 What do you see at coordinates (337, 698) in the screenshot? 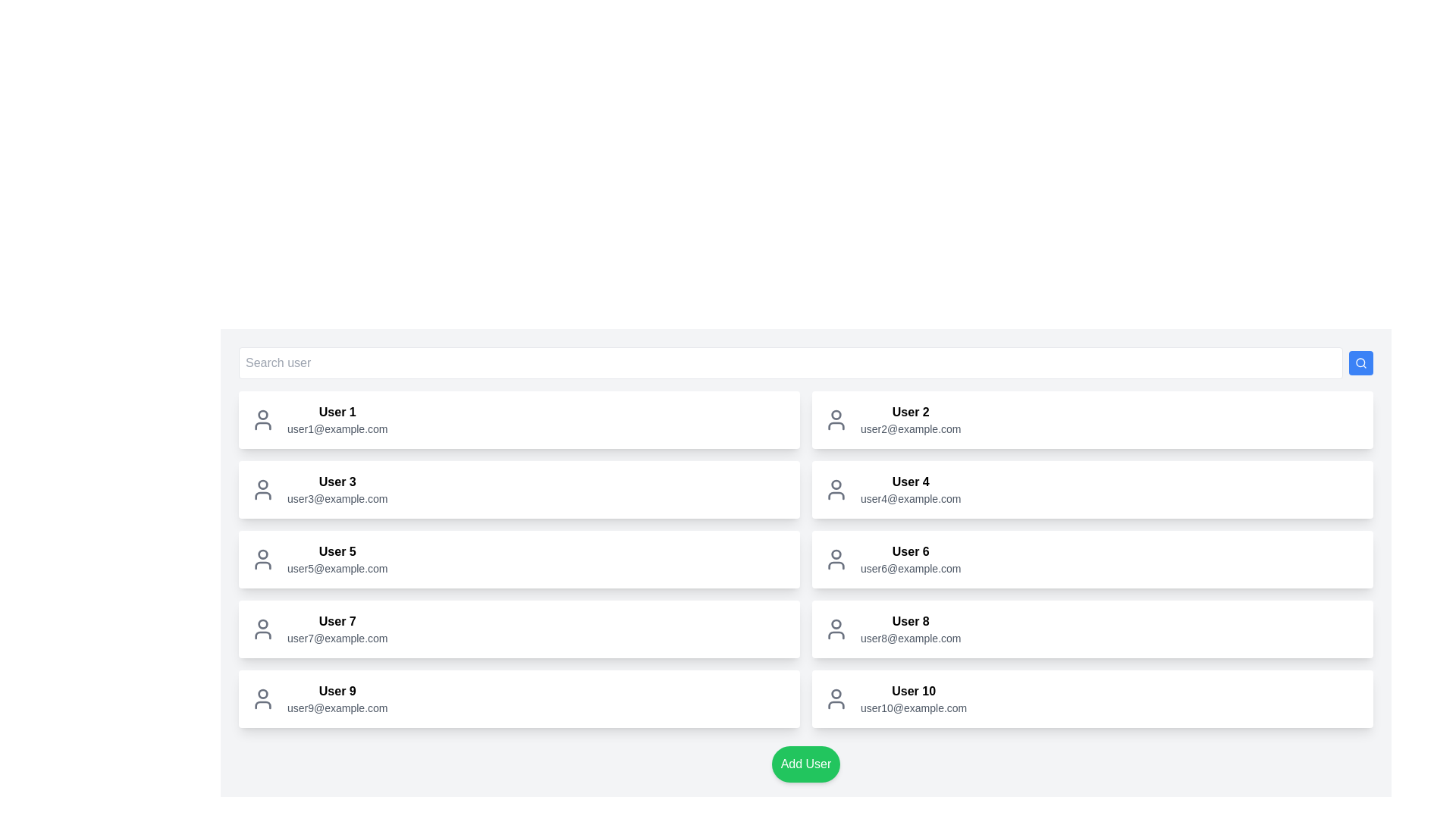
I see `the text display component that represents the user's identity and contact information, located in the bottom-left corner of the grid layout` at bounding box center [337, 698].